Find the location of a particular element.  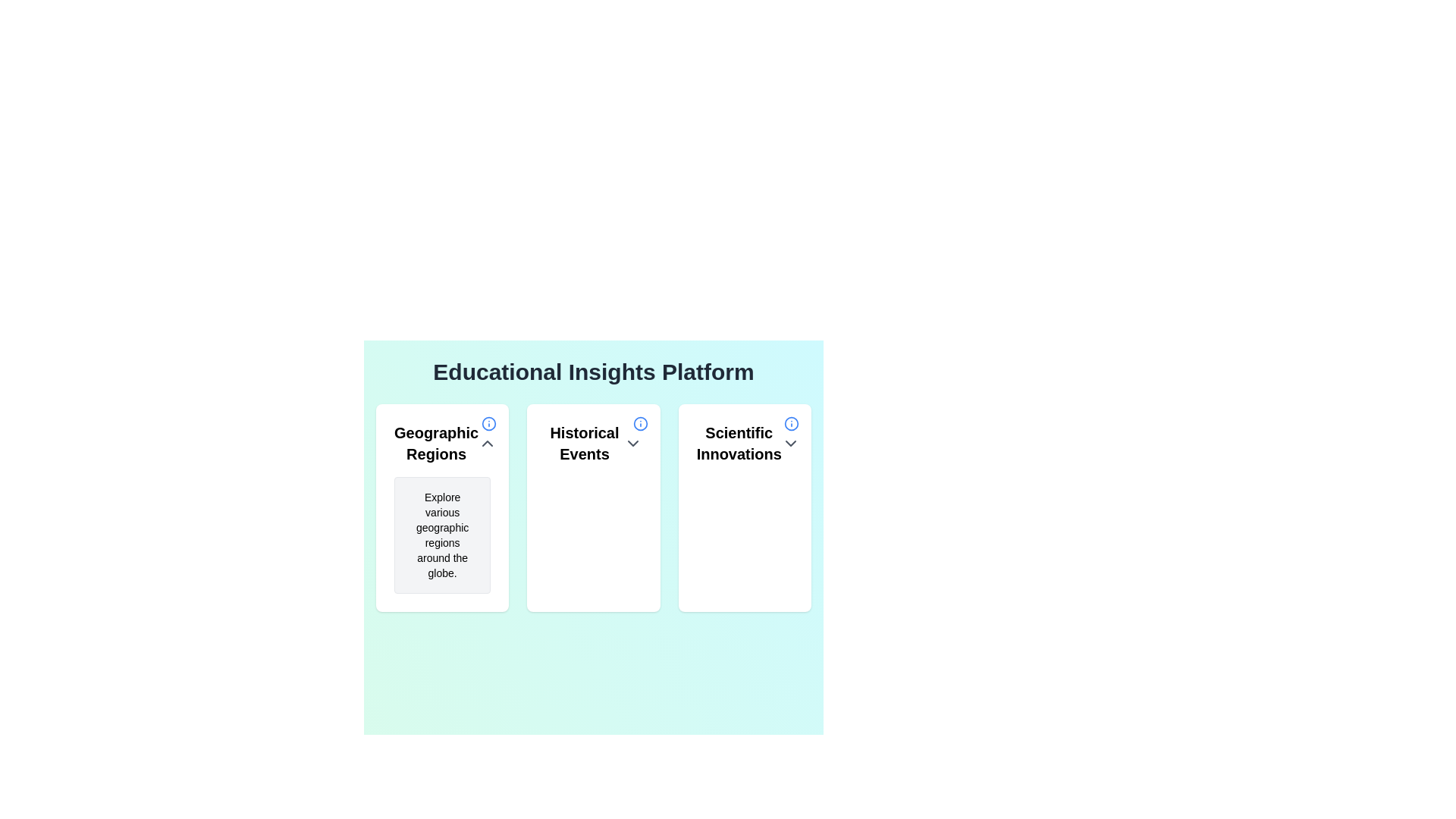

the informational text area with the light gray background that contains the text 'Explore various geographic regions around the globe.' located within the 'Geographic Regions' card is located at coordinates (441, 534).